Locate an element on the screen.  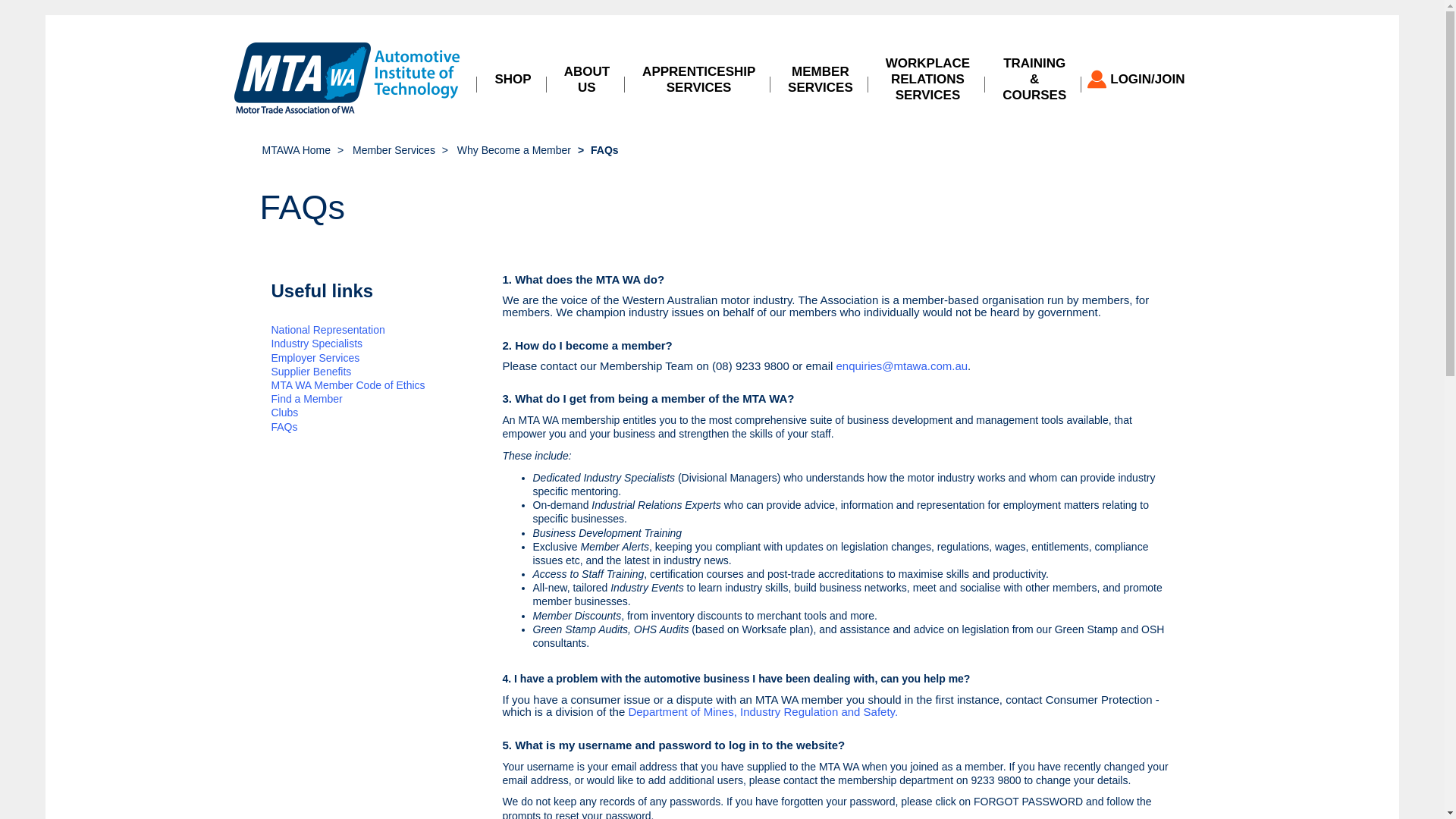
'Why Become a Member' is located at coordinates (513, 149).